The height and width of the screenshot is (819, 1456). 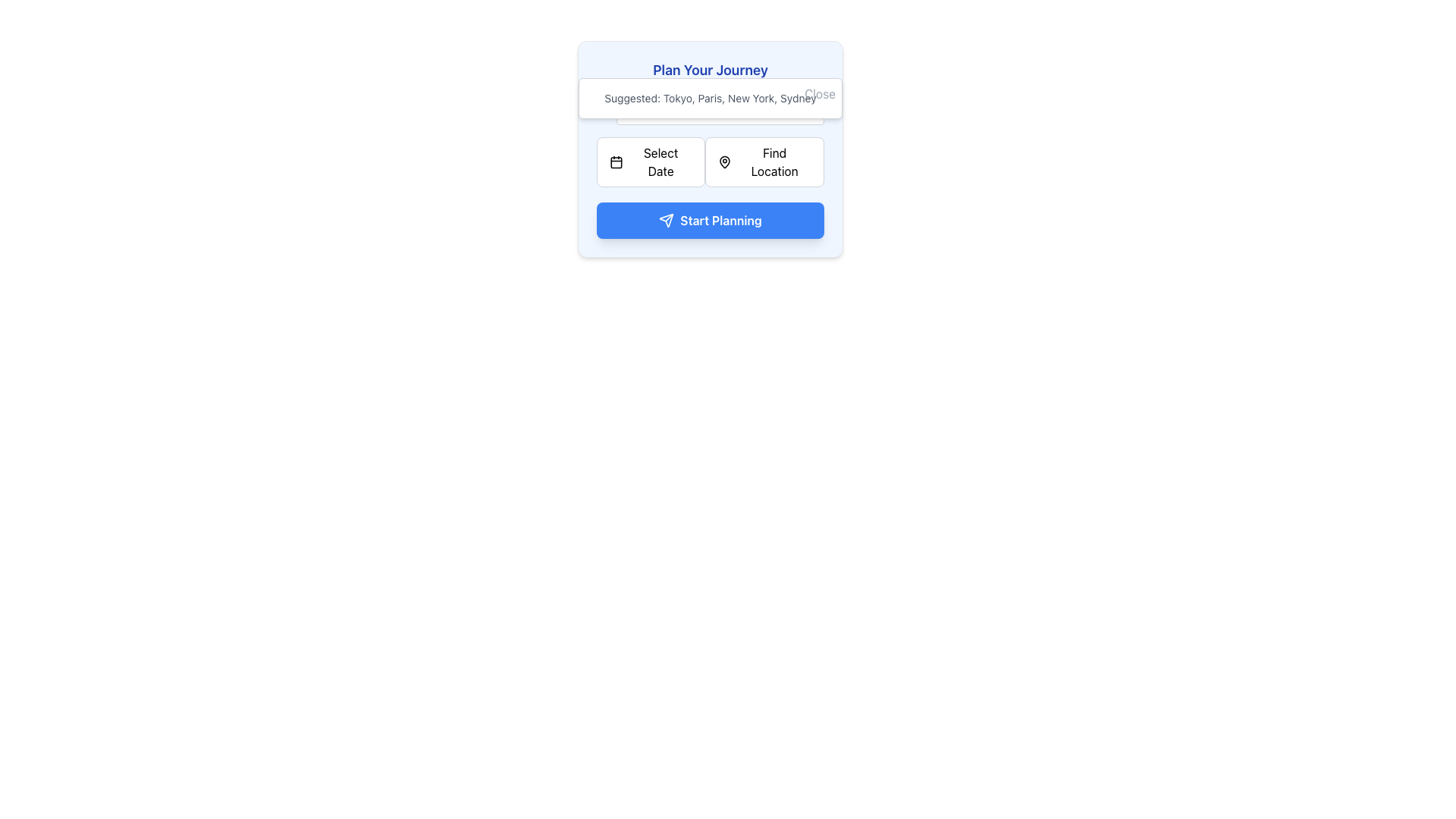 I want to click on the title text element located at the top section of the card-like structure with rounded corners and light blue background, which introduces the purpose of the surrounding interface, so click(x=709, y=70).